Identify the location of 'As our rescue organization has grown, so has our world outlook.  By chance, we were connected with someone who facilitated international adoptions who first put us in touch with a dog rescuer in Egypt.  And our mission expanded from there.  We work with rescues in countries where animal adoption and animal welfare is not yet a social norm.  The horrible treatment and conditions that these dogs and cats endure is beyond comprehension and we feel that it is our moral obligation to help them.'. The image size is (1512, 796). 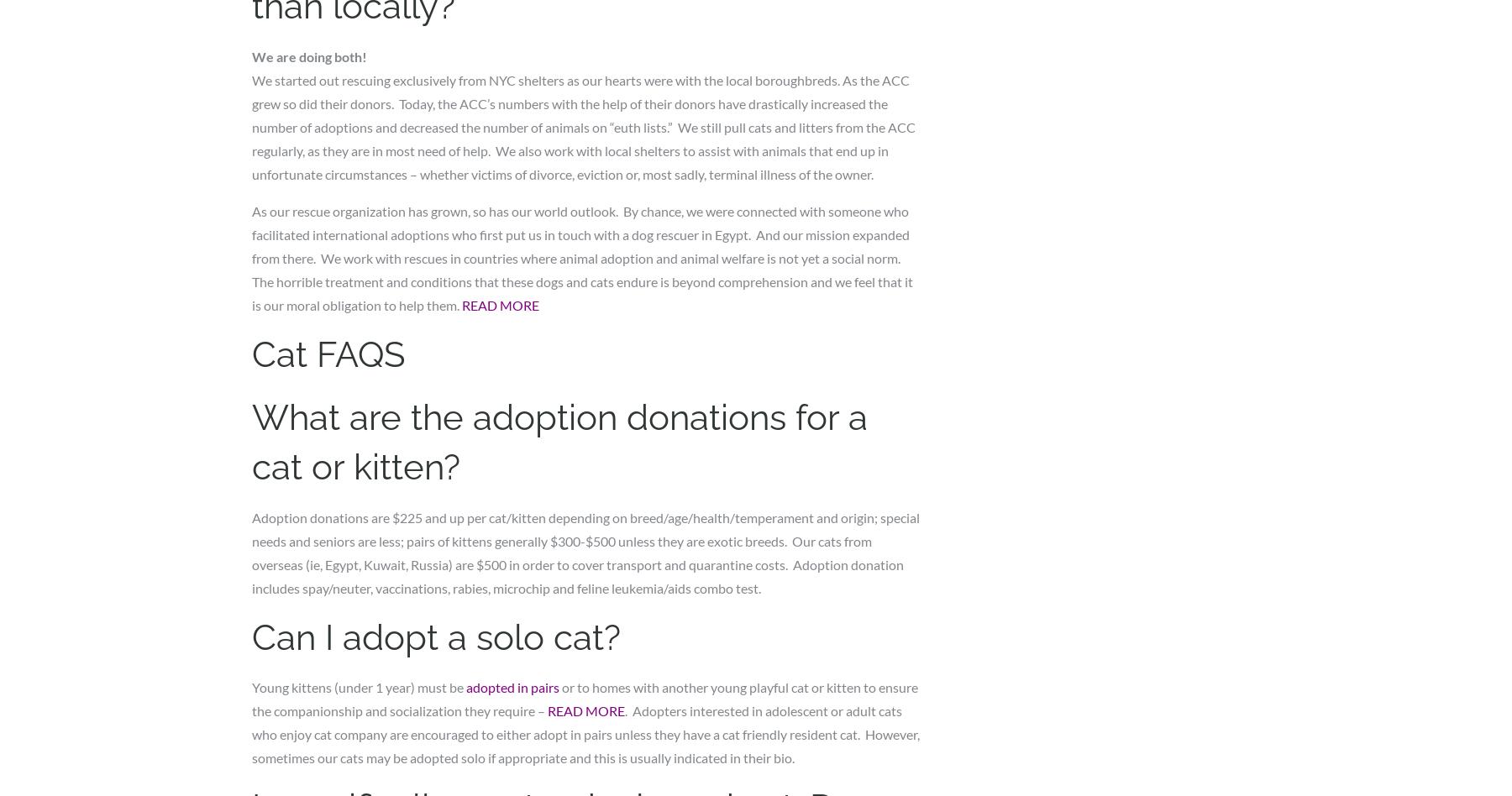
(251, 258).